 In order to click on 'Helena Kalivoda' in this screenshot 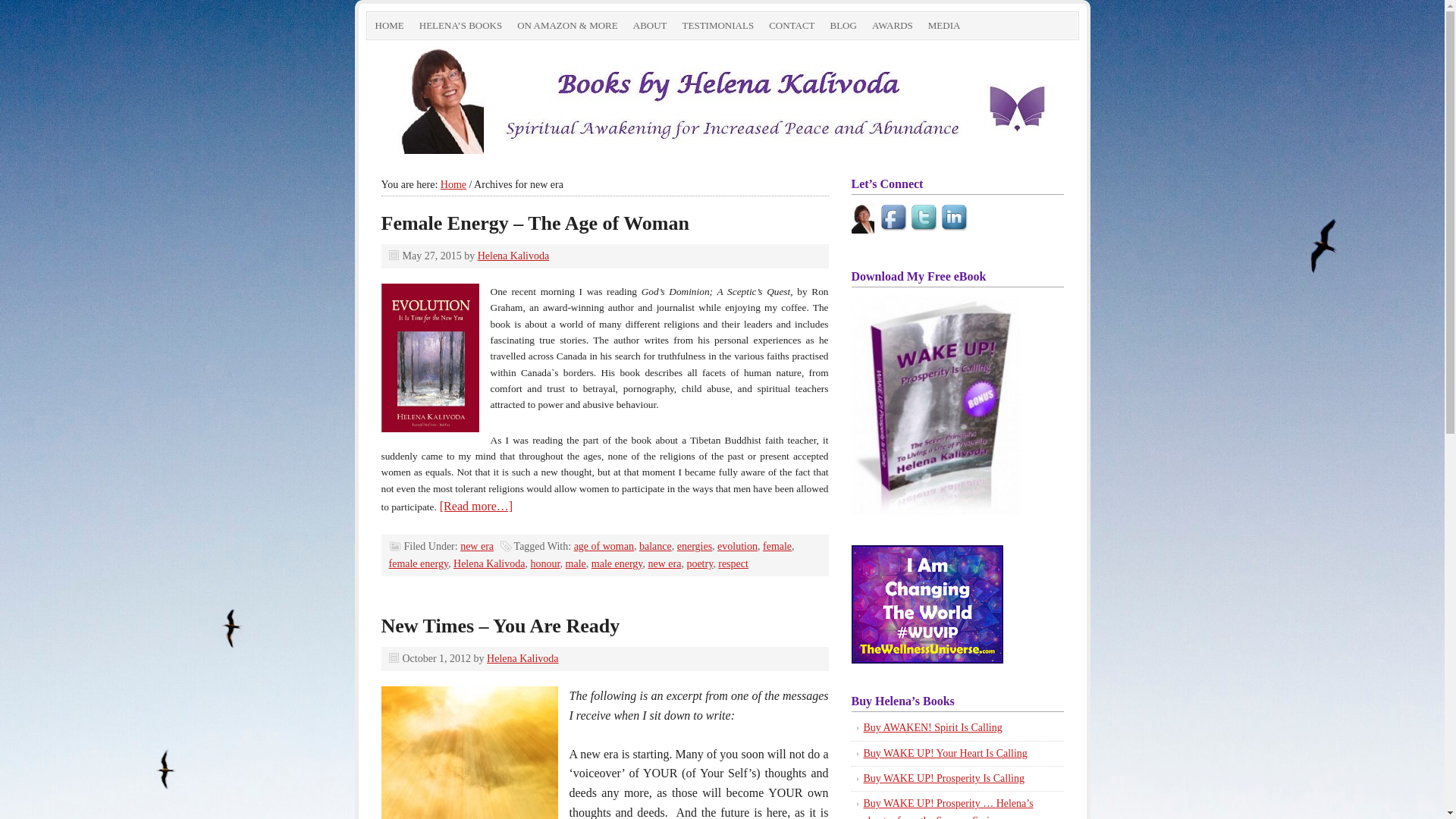, I will do `click(513, 255)`.